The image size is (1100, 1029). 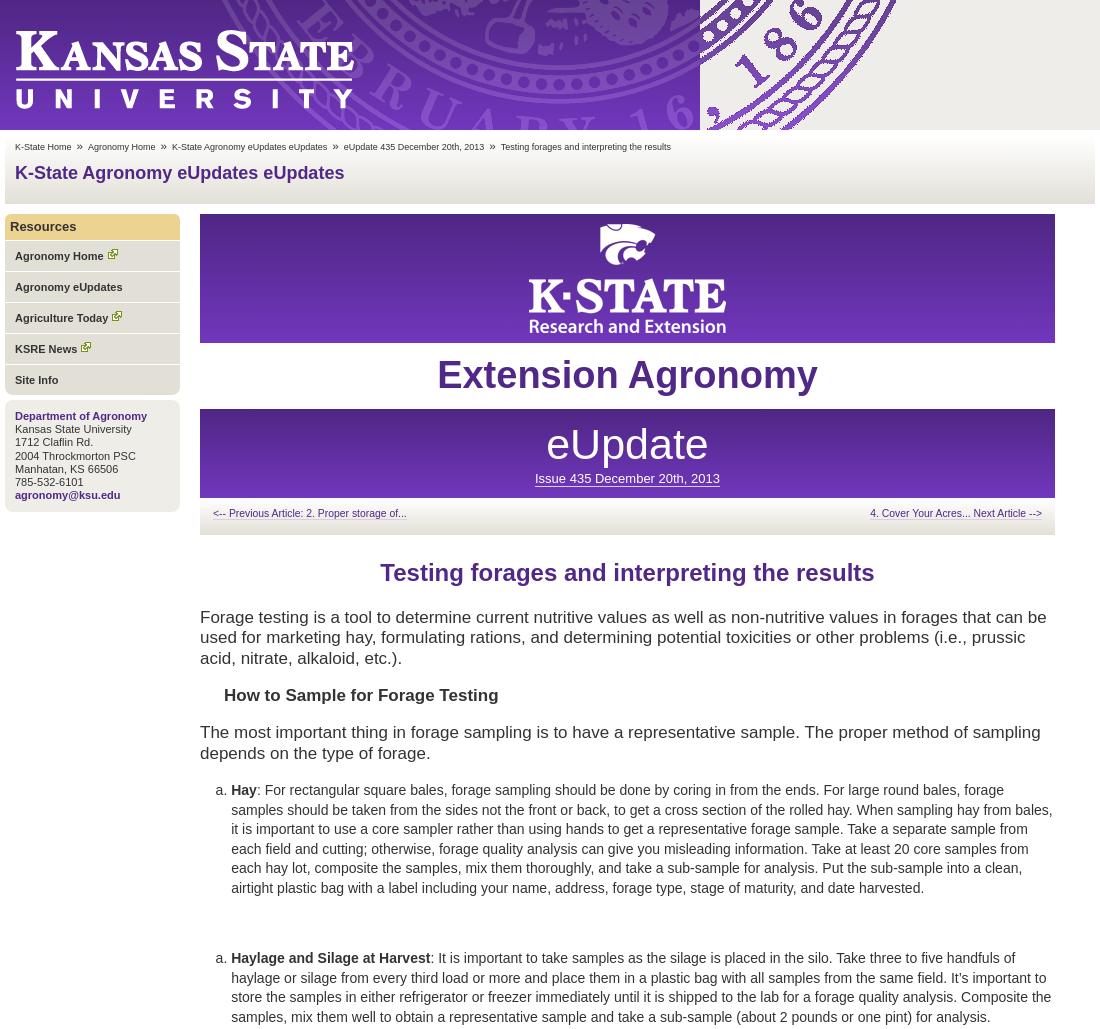 I want to click on 'eUpdate 435 December 20th, 2013', so click(x=341, y=147).